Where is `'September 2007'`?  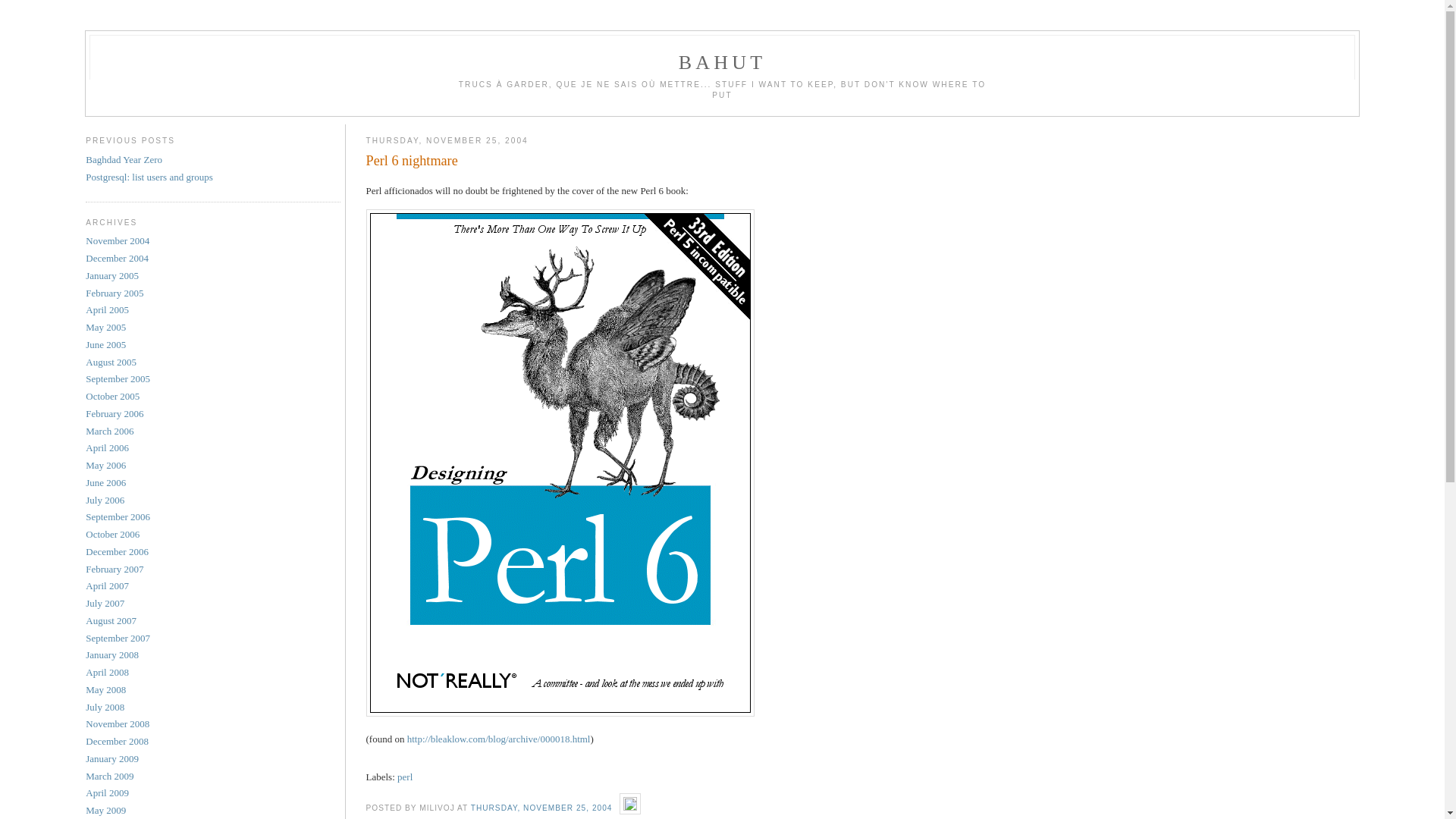 'September 2007' is located at coordinates (117, 638).